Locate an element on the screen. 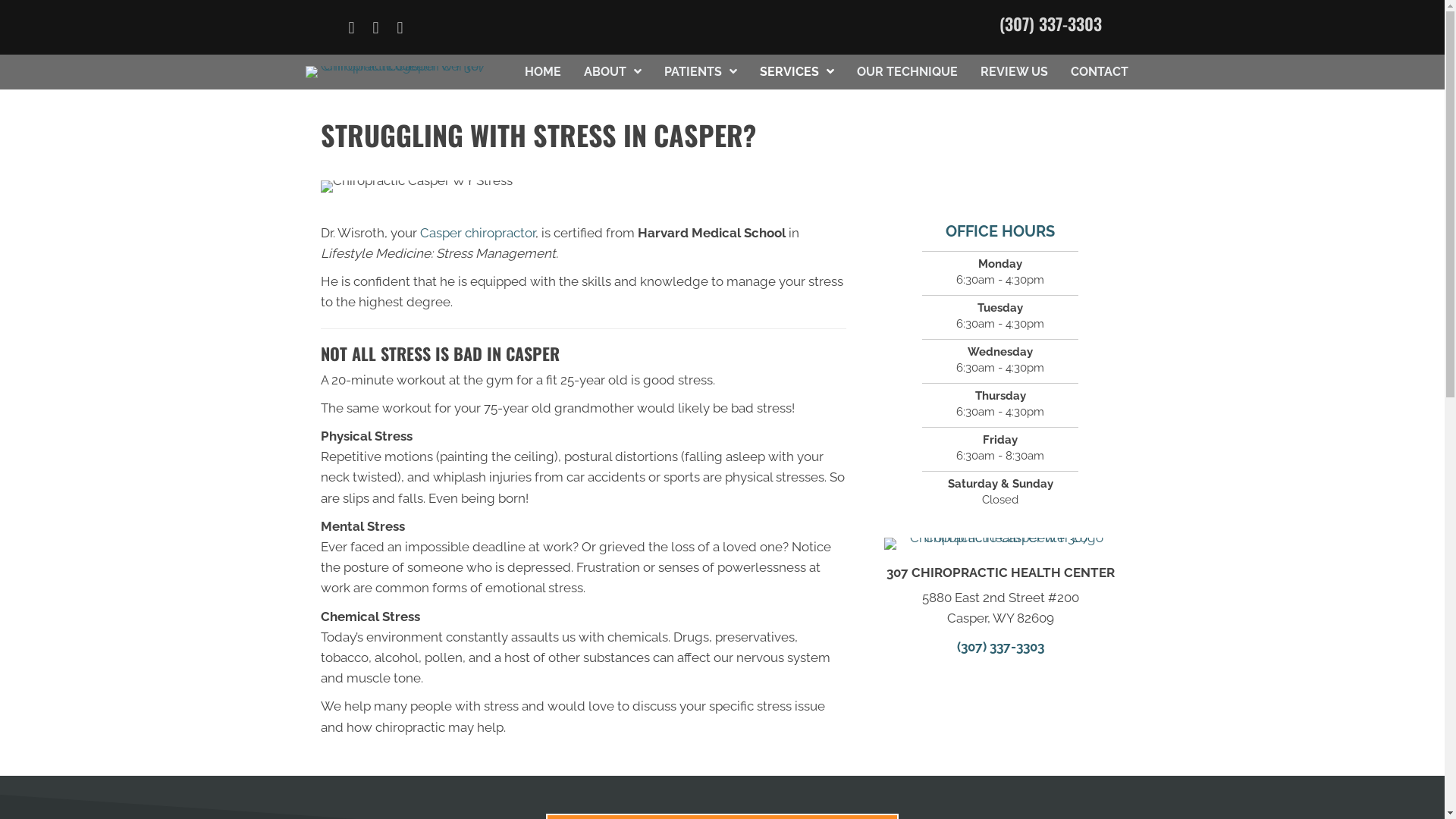  'REVIEW US' is located at coordinates (1013, 72).